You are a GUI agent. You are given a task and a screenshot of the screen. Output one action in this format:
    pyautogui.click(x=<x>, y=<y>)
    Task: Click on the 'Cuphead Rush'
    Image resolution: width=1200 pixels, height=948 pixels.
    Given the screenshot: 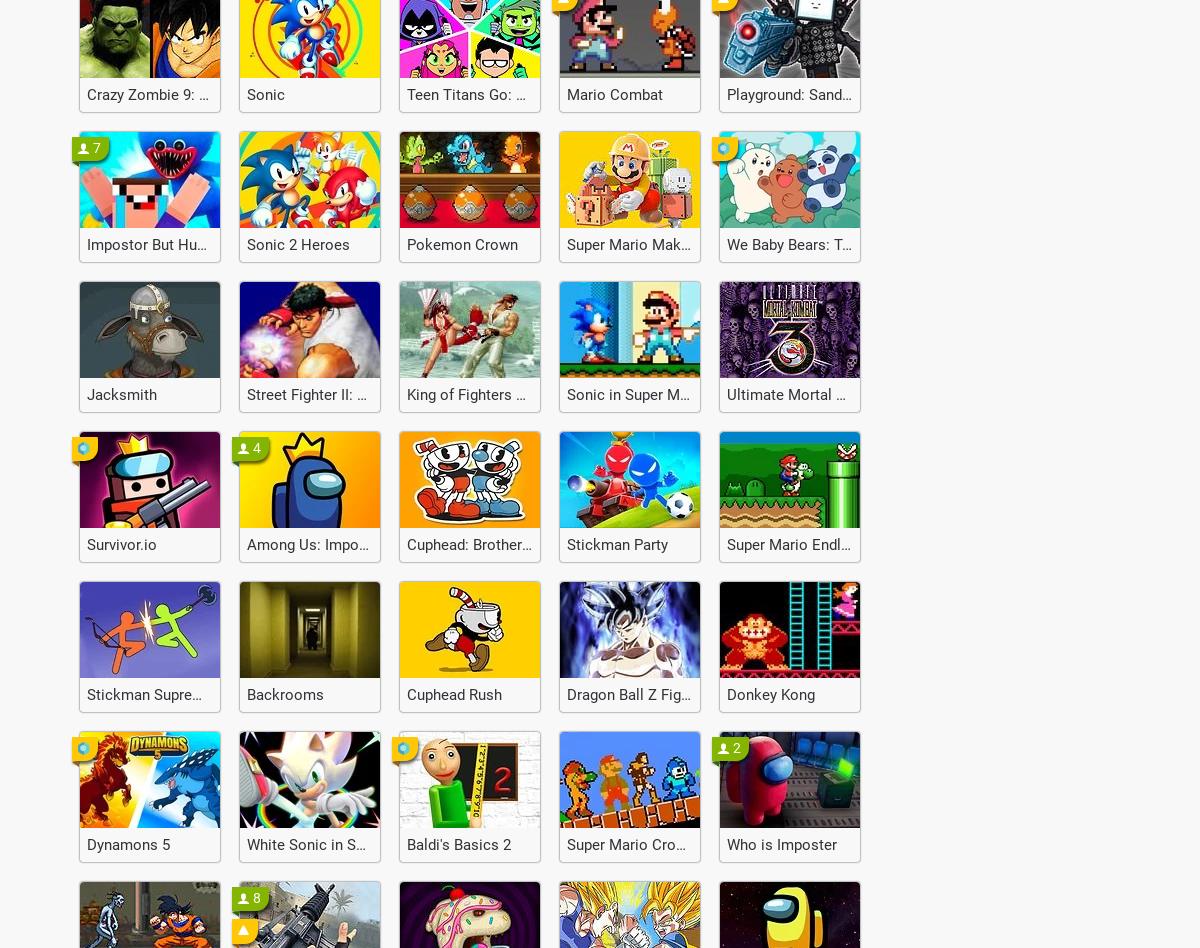 What is the action you would take?
    pyautogui.click(x=453, y=693)
    